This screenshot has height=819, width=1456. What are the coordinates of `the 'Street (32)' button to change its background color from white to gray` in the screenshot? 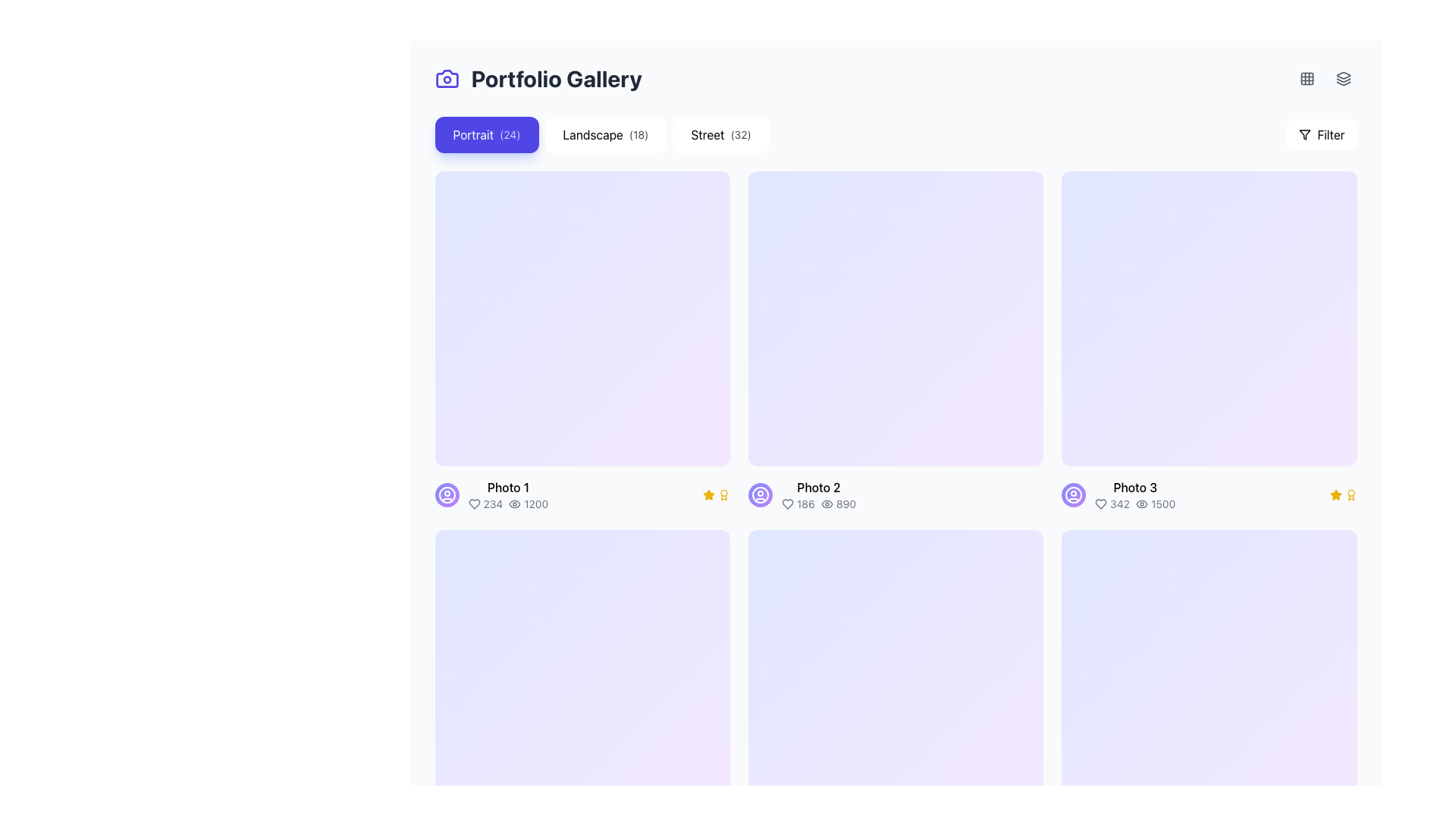 It's located at (720, 133).